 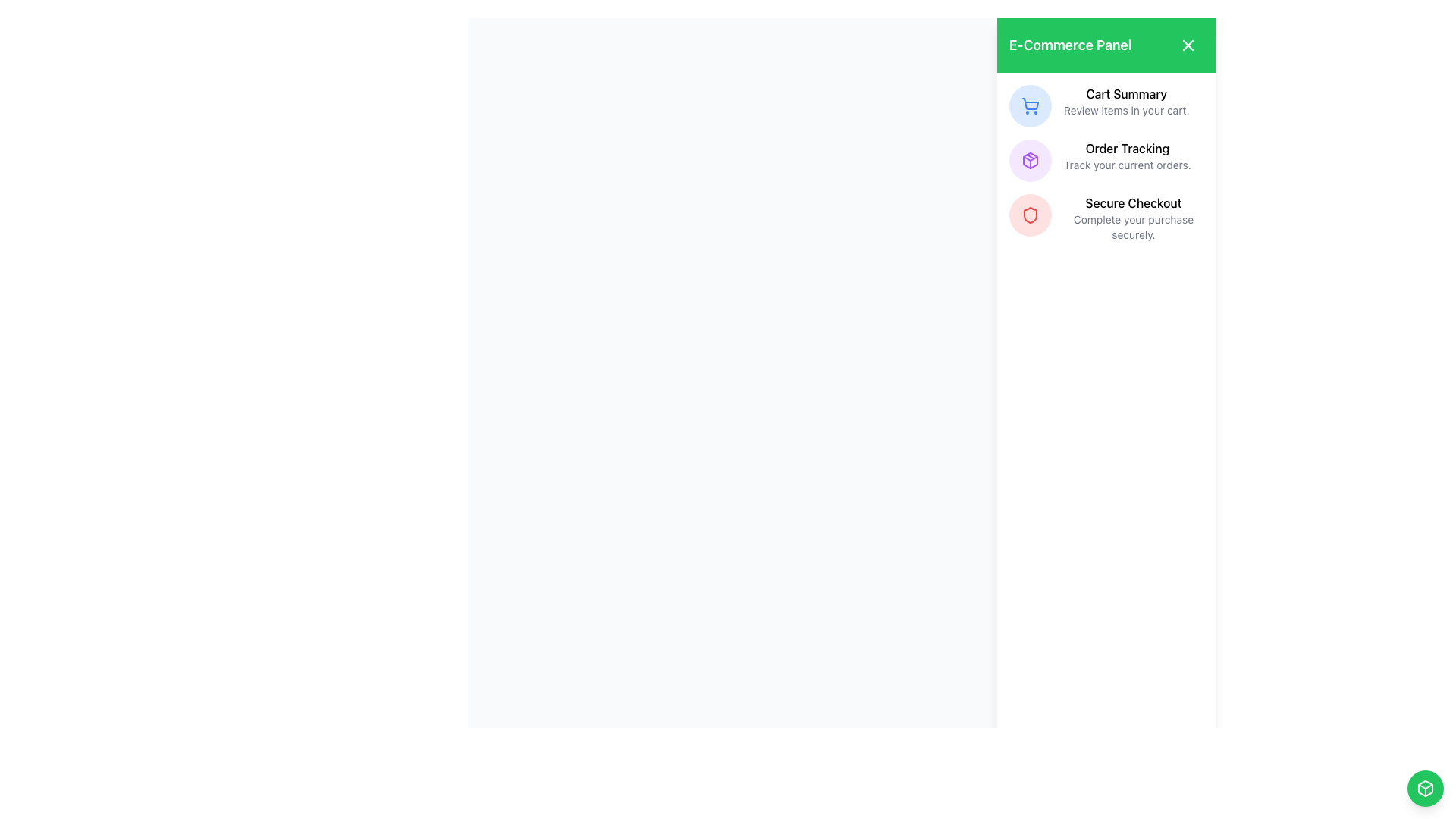 What do you see at coordinates (1127, 155) in the screenshot?
I see `the 'Order Tracking' text label located in the right-hand navigation panel, positioned below 'Cart Summary' and above 'Secure Checkout', and aligned to the right of a purple circular icon` at bounding box center [1127, 155].